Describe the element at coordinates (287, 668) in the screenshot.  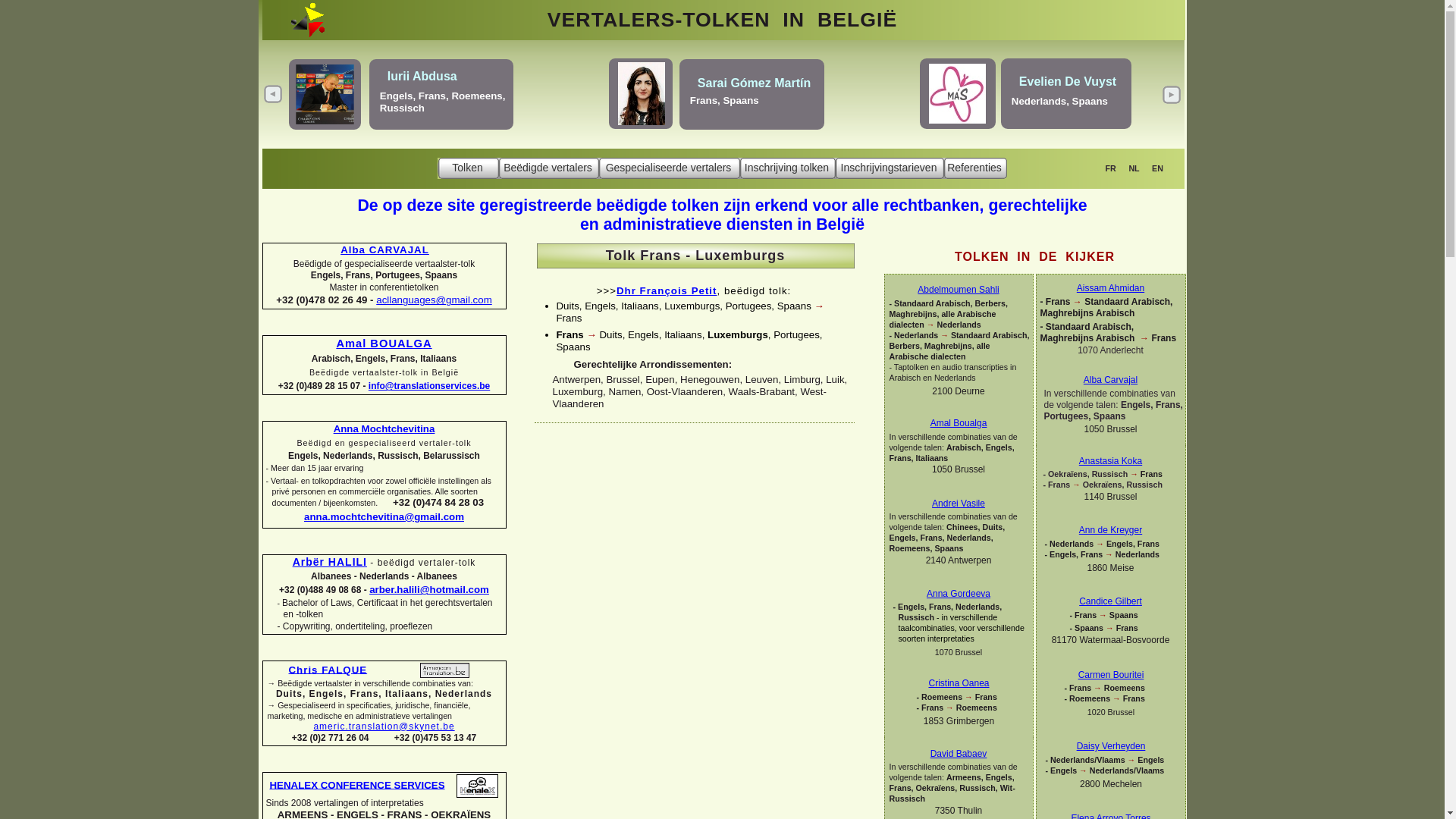
I see `'Chris FALQUE'` at that location.